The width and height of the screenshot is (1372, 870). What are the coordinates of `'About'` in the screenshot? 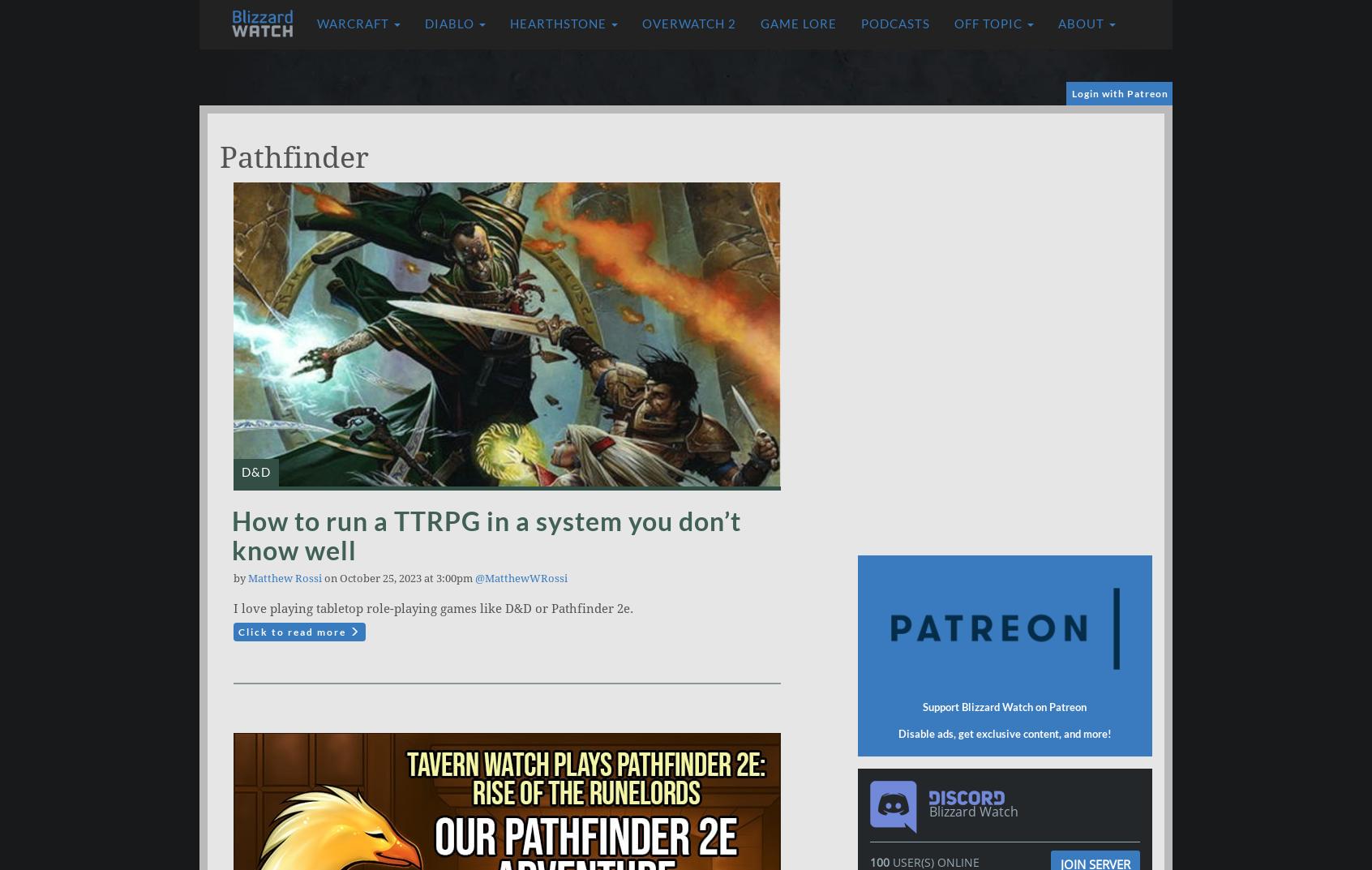 It's located at (1082, 23).